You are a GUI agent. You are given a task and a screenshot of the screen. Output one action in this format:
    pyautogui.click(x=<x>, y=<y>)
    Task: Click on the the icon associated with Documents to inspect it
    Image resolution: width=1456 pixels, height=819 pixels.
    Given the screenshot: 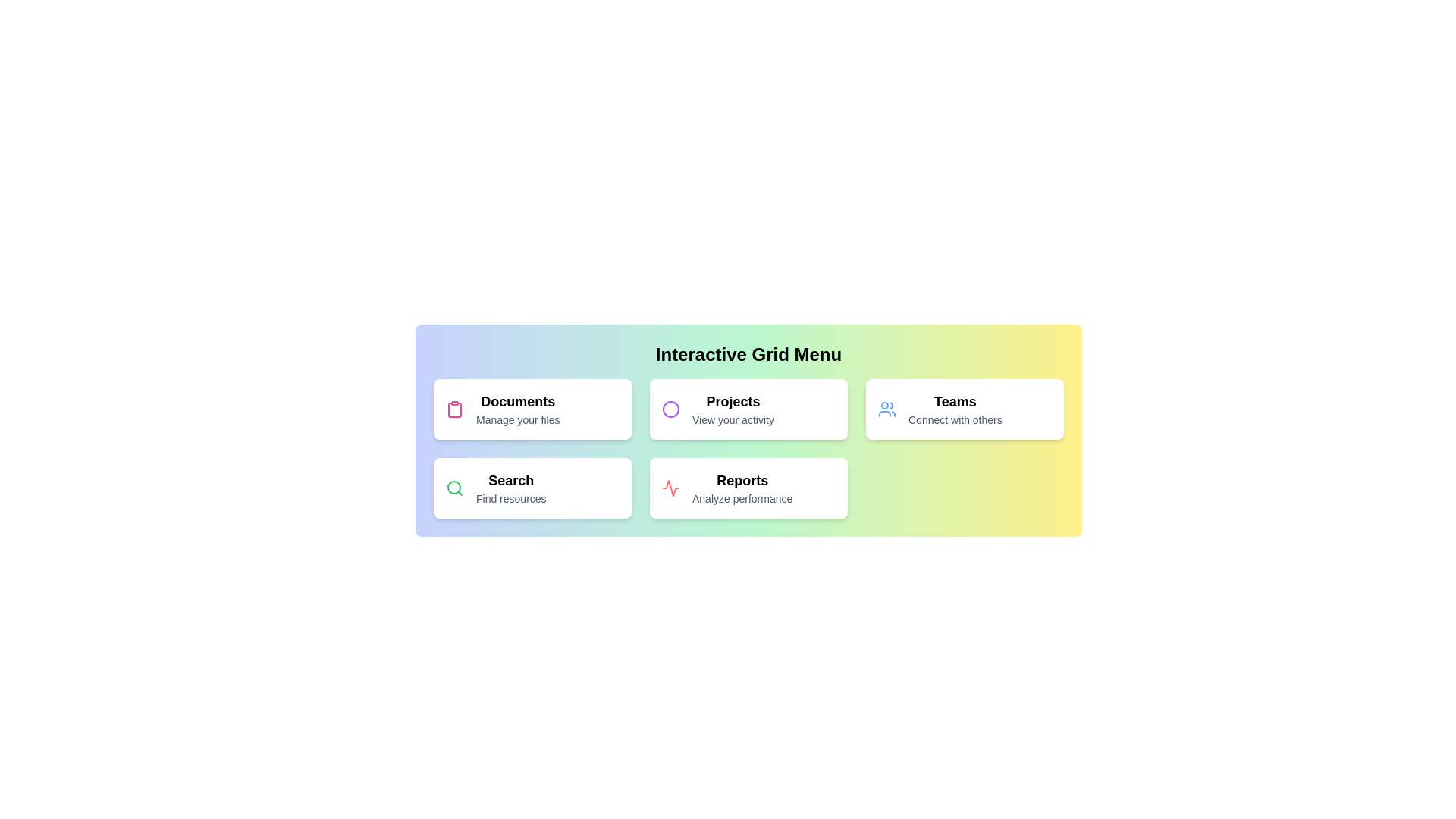 What is the action you would take?
    pyautogui.click(x=454, y=409)
    